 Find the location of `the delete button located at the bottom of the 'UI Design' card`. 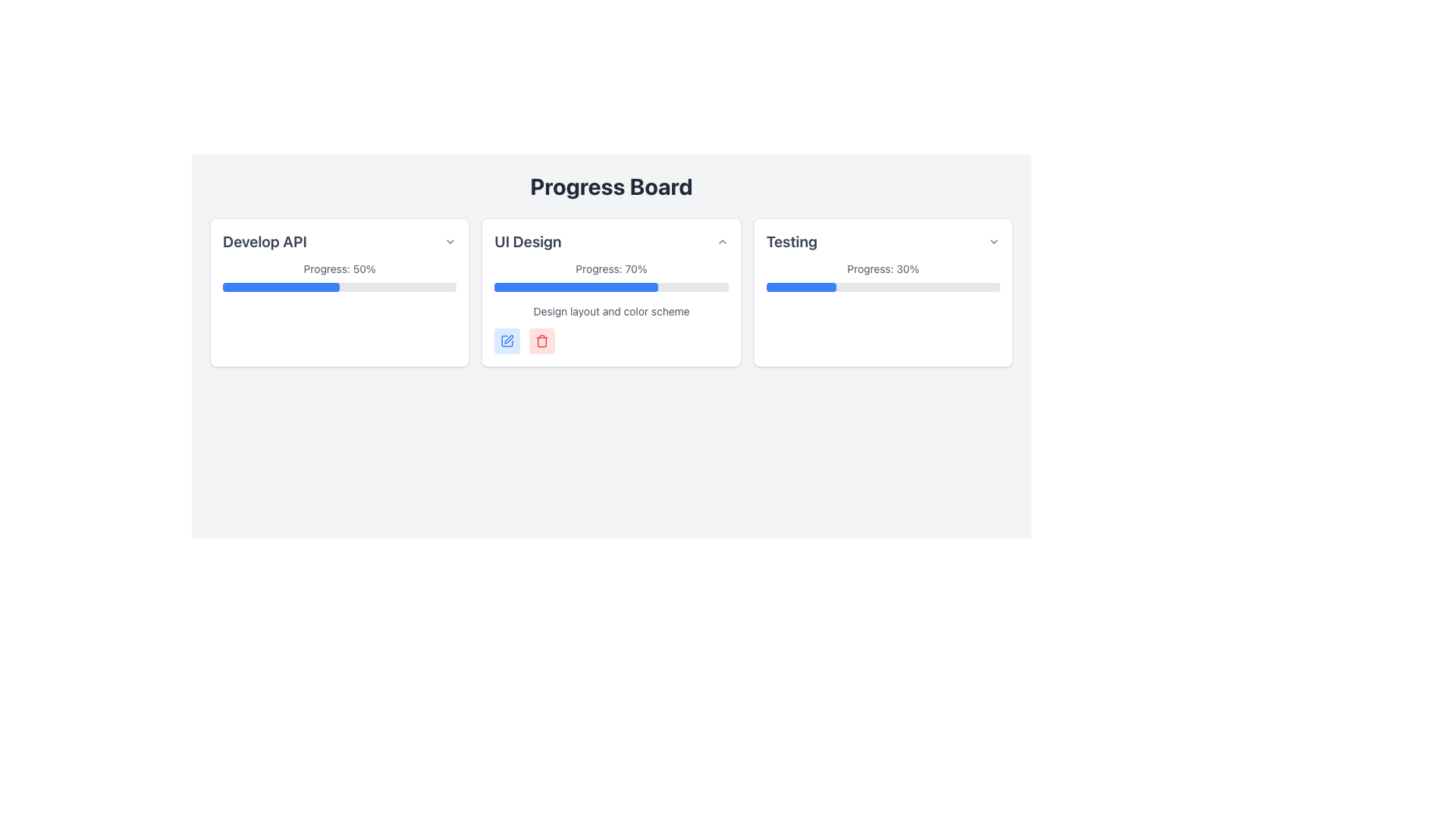

the delete button located at the bottom of the 'UI Design' card is located at coordinates (542, 341).